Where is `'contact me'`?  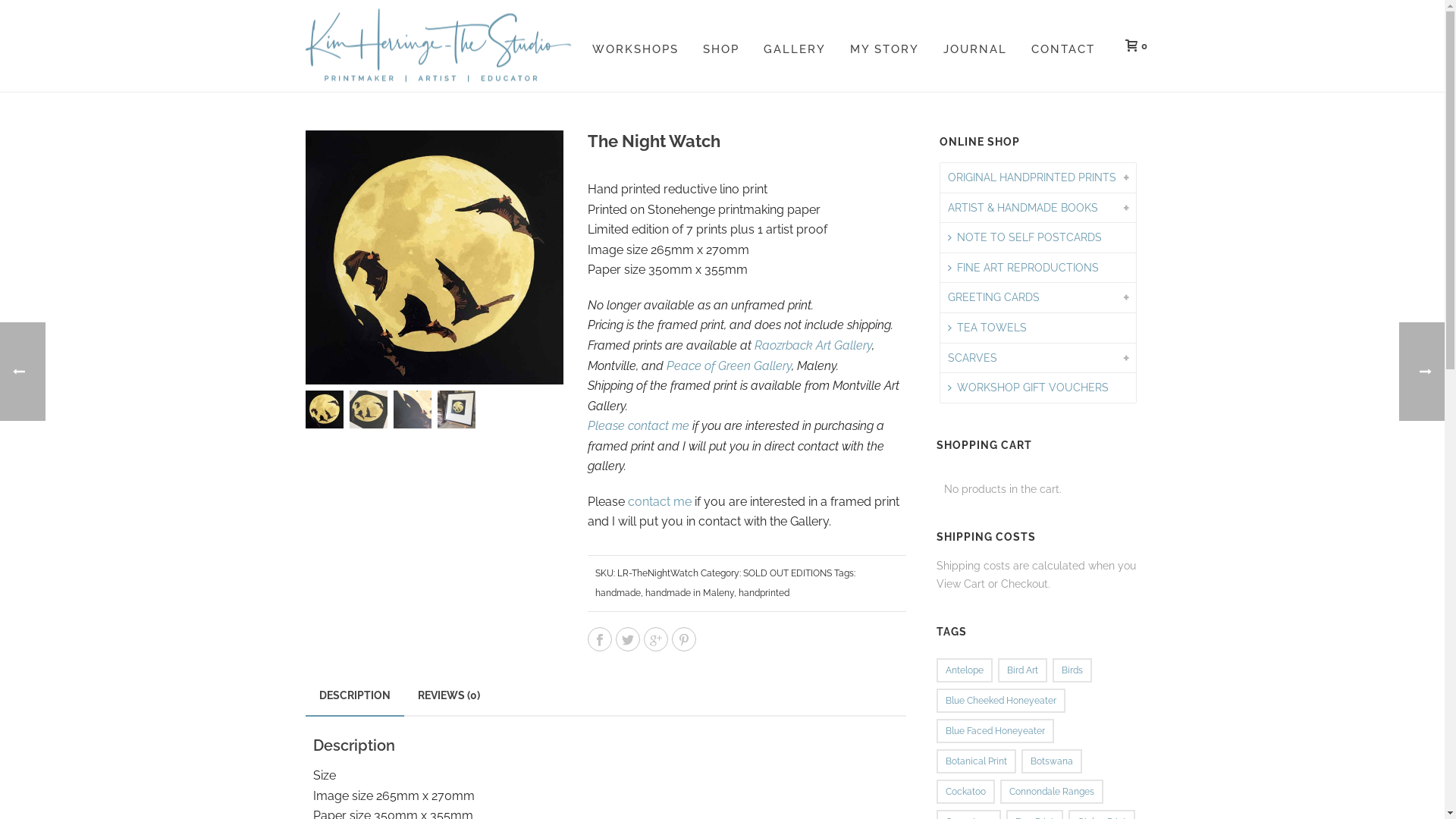 'contact me' is located at coordinates (659, 501).